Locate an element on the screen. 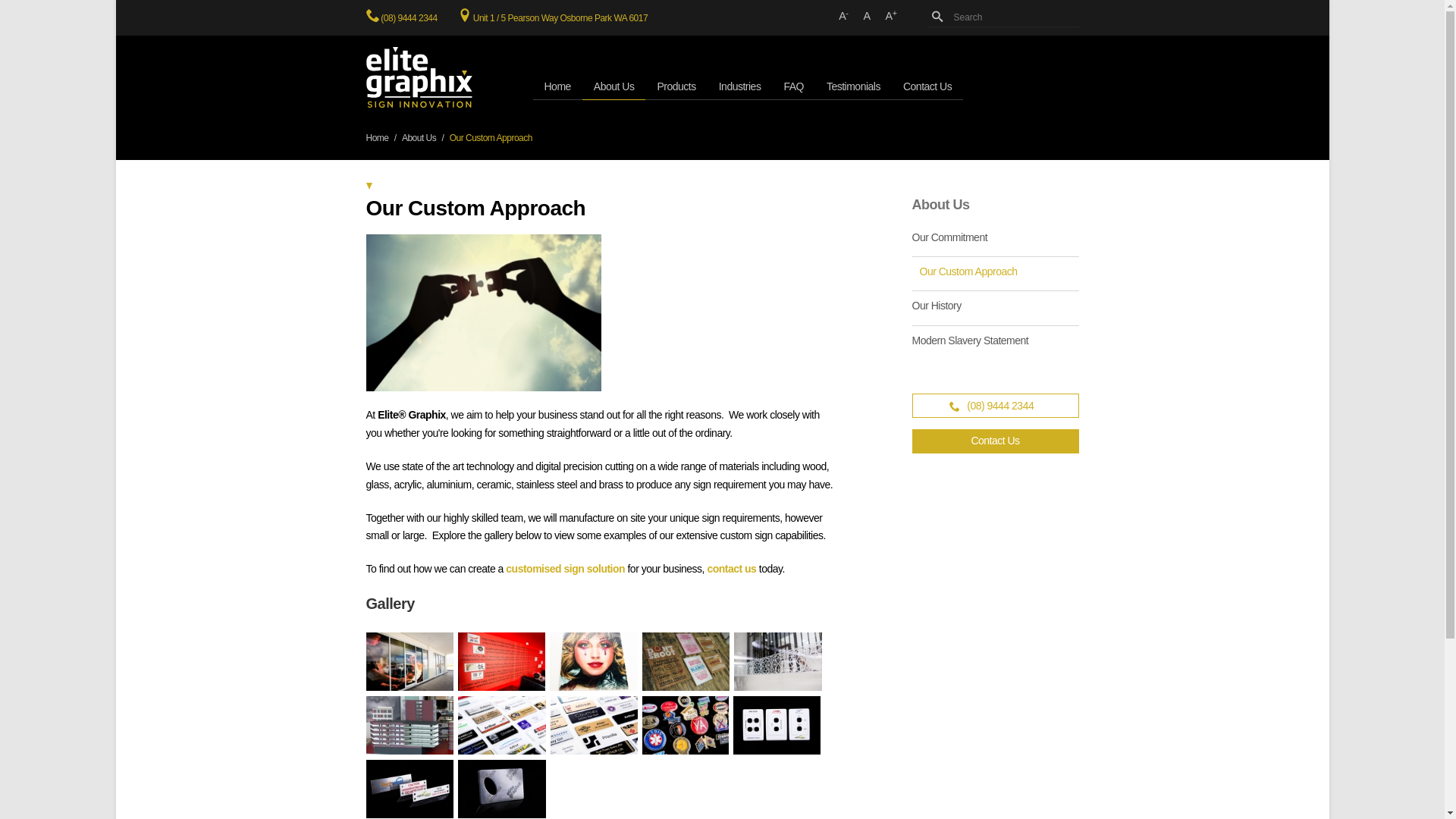  'Our Commitment' is located at coordinates (994, 240).